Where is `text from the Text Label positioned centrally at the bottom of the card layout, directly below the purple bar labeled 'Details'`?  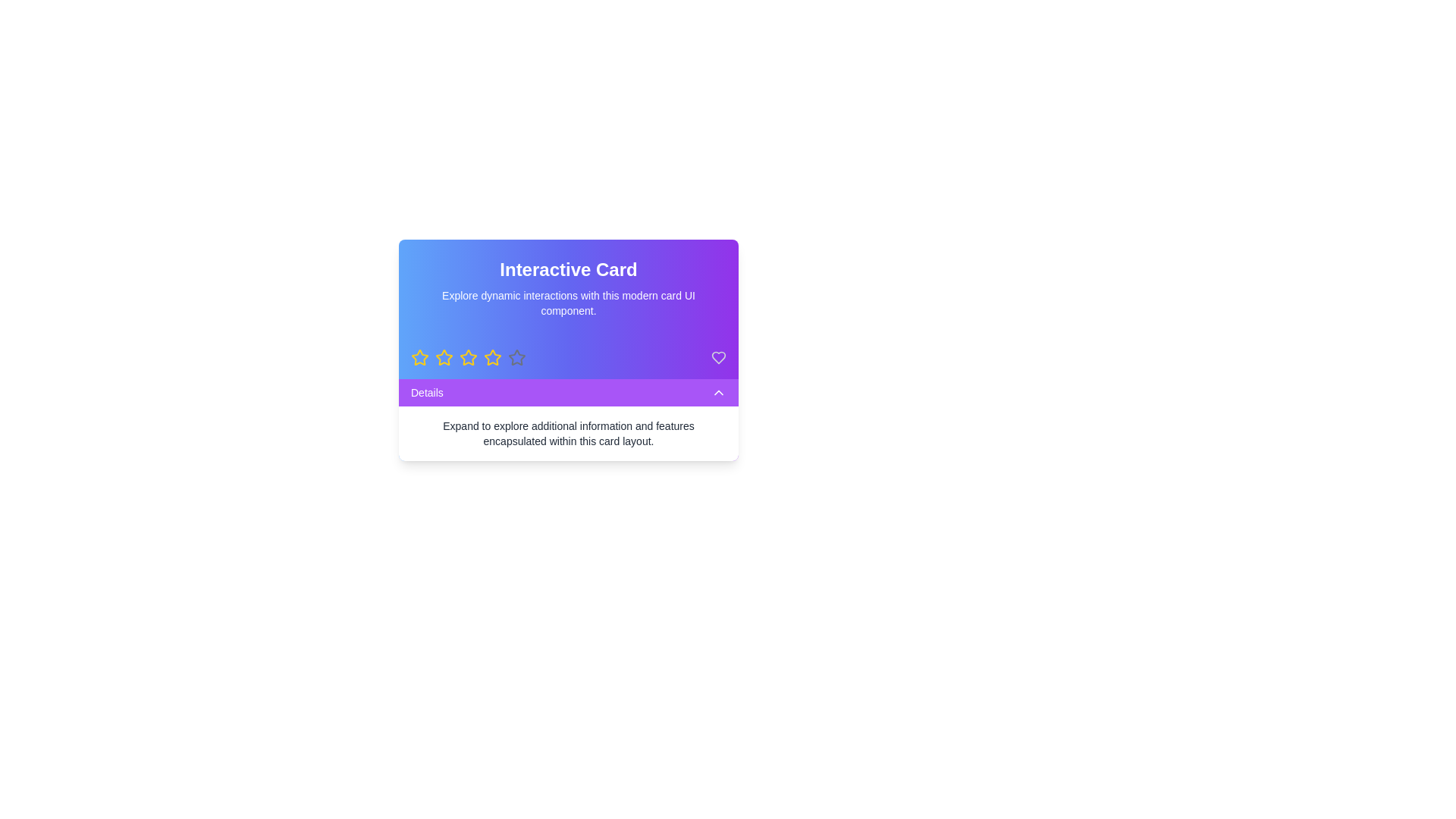 text from the Text Label positioned centrally at the bottom of the card layout, directly below the purple bar labeled 'Details' is located at coordinates (567, 433).